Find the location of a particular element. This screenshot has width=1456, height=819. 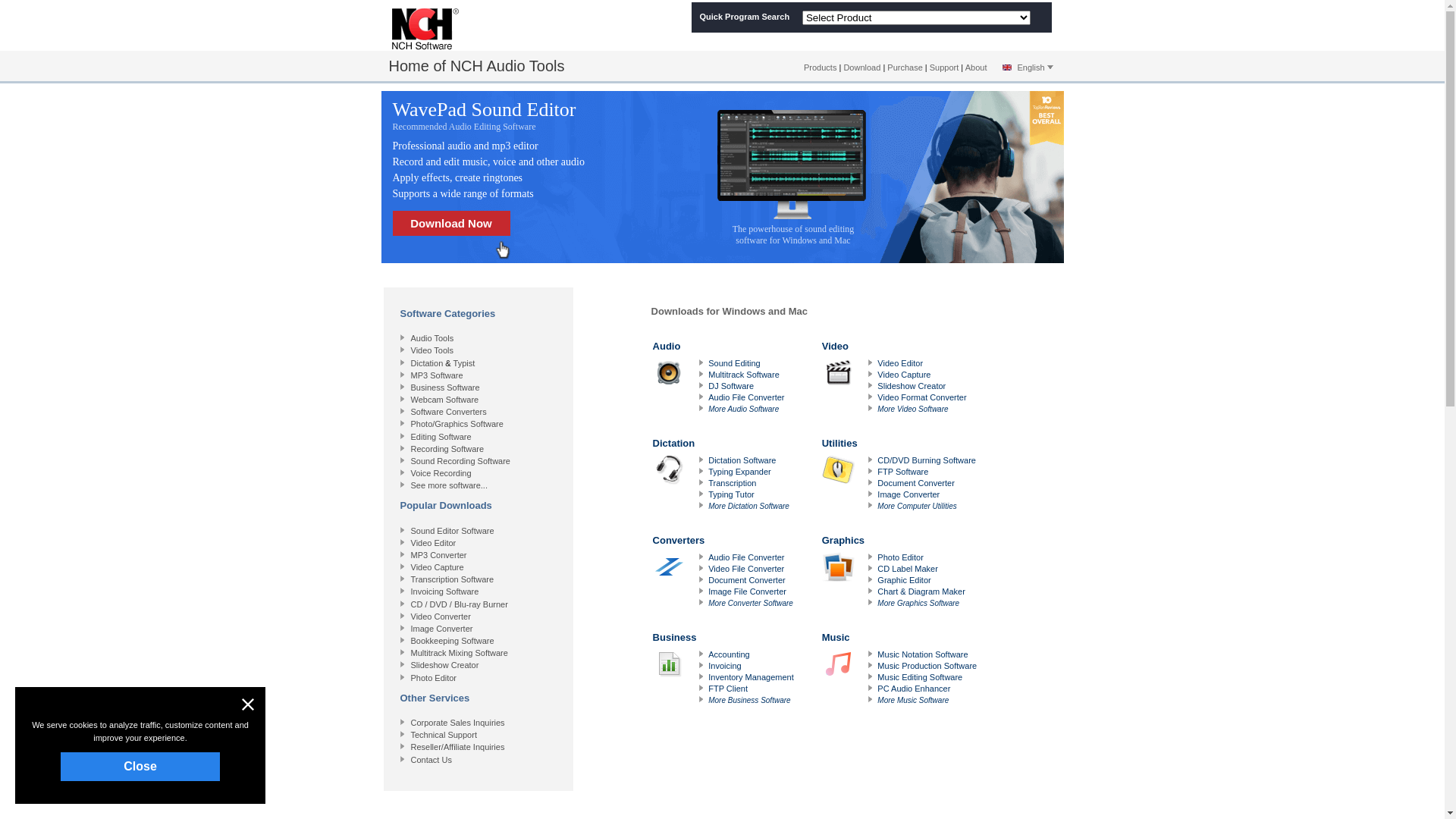

'Typist' is located at coordinates (463, 362).